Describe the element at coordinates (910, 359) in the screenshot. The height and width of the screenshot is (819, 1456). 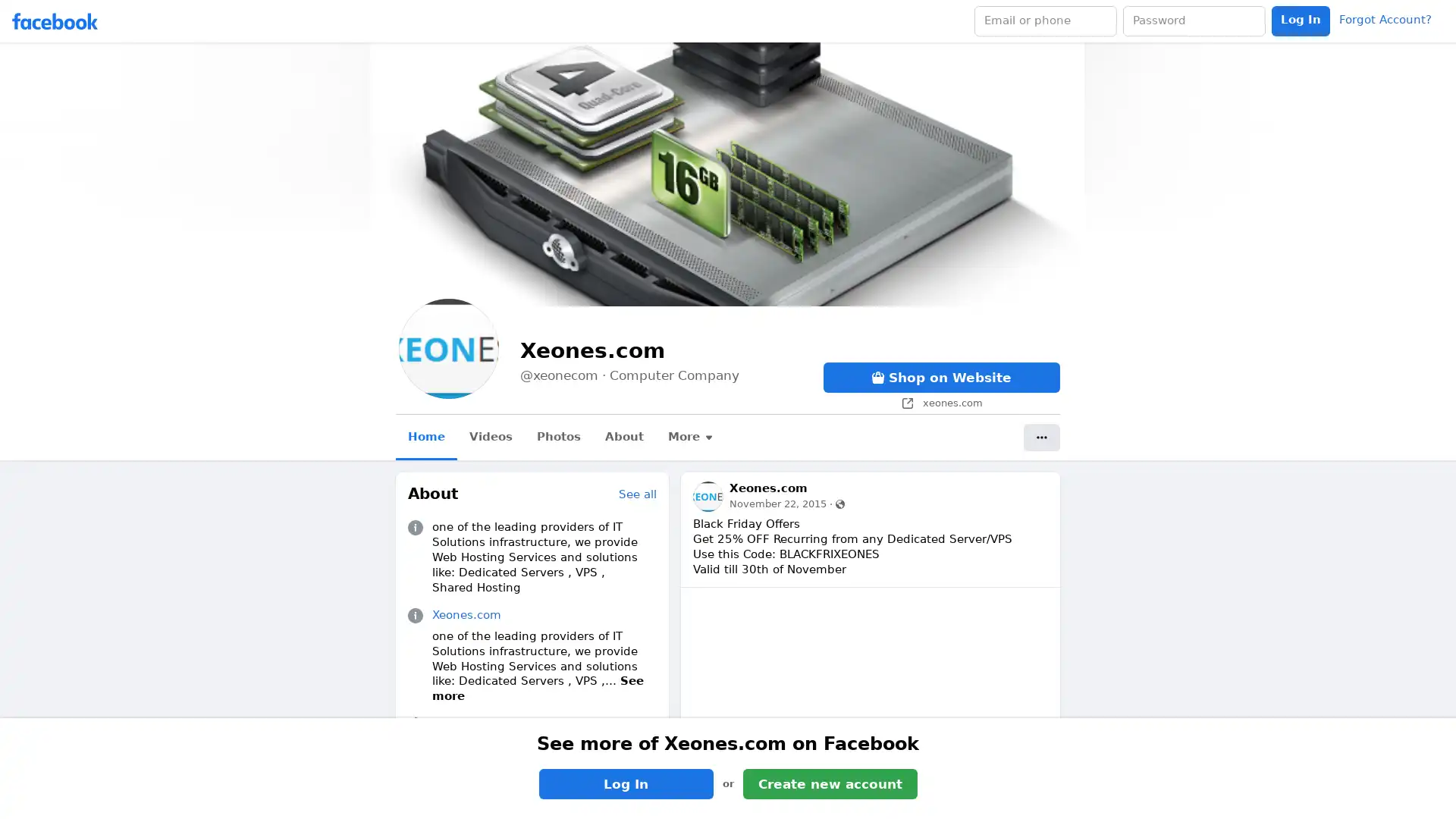
I see `Close` at that location.